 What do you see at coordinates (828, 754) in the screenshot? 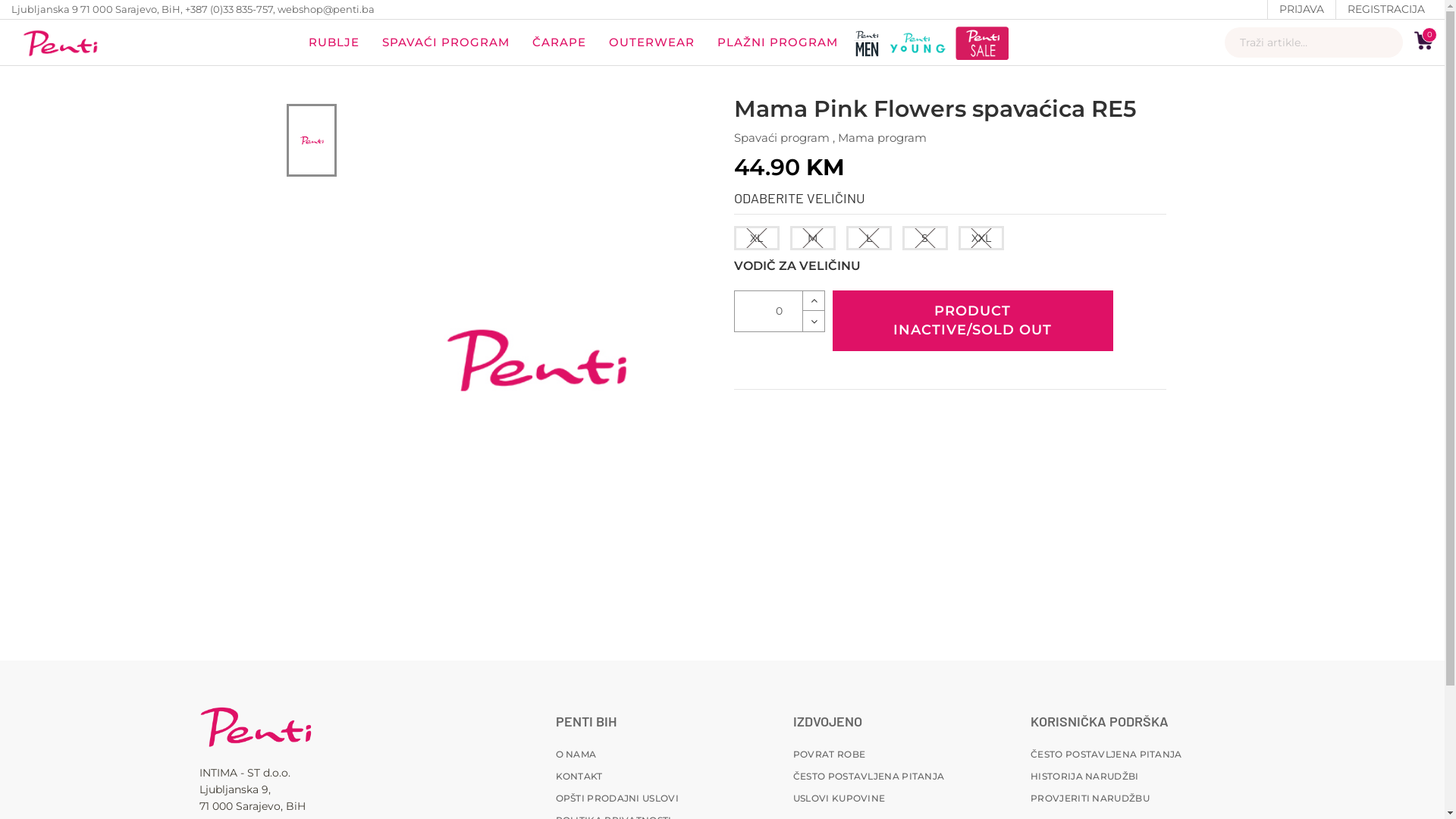
I see `'POVRAT ROBE'` at bounding box center [828, 754].